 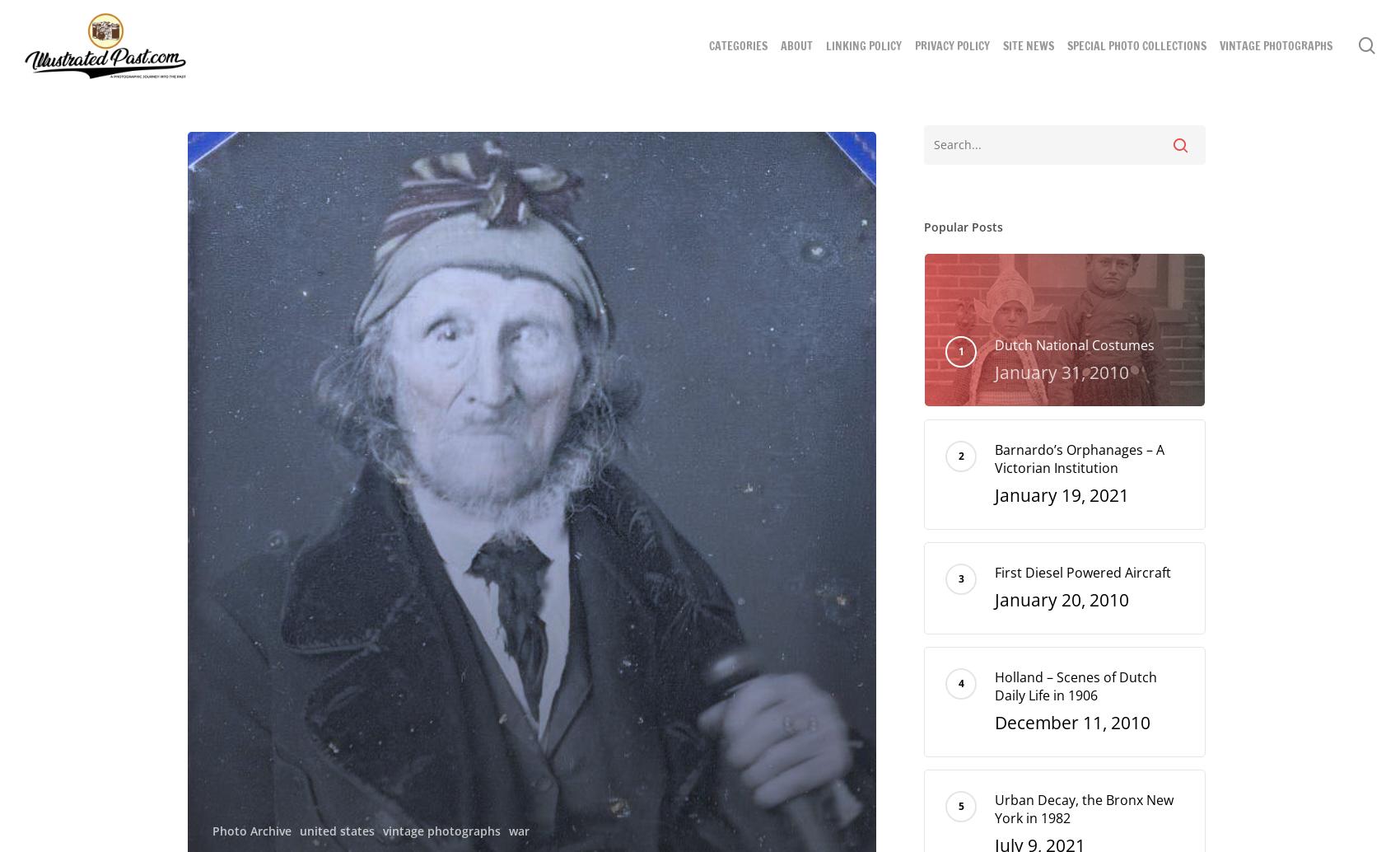 What do you see at coordinates (1136, 46) in the screenshot?
I see `'Special Photo Collections'` at bounding box center [1136, 46].